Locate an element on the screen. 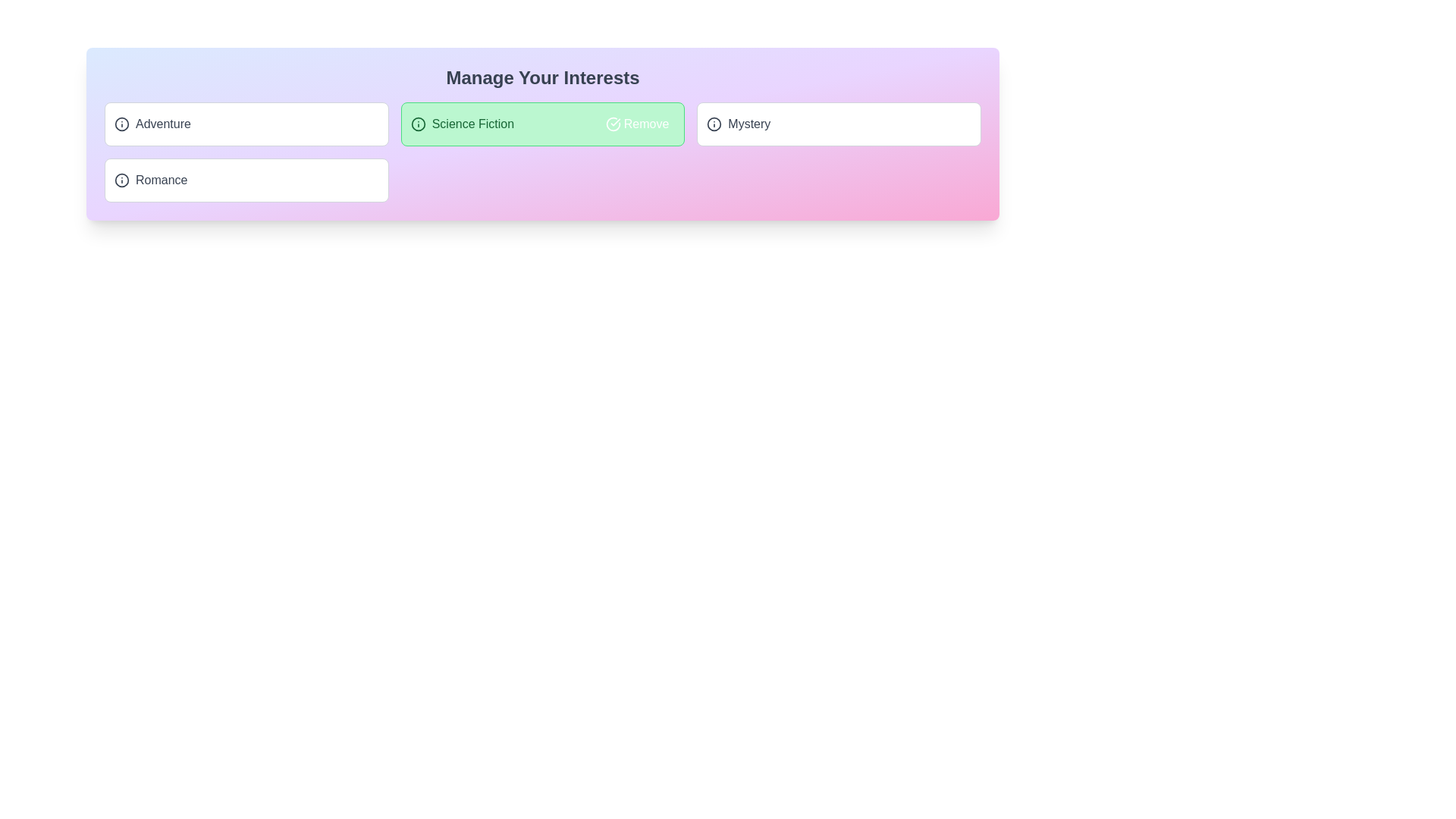 The width and height of the screenshot is (1456, 819). the action button next to the tag labeled 'Science Fiction' to toggle its 'added' status is located at coordinates (637, 124).